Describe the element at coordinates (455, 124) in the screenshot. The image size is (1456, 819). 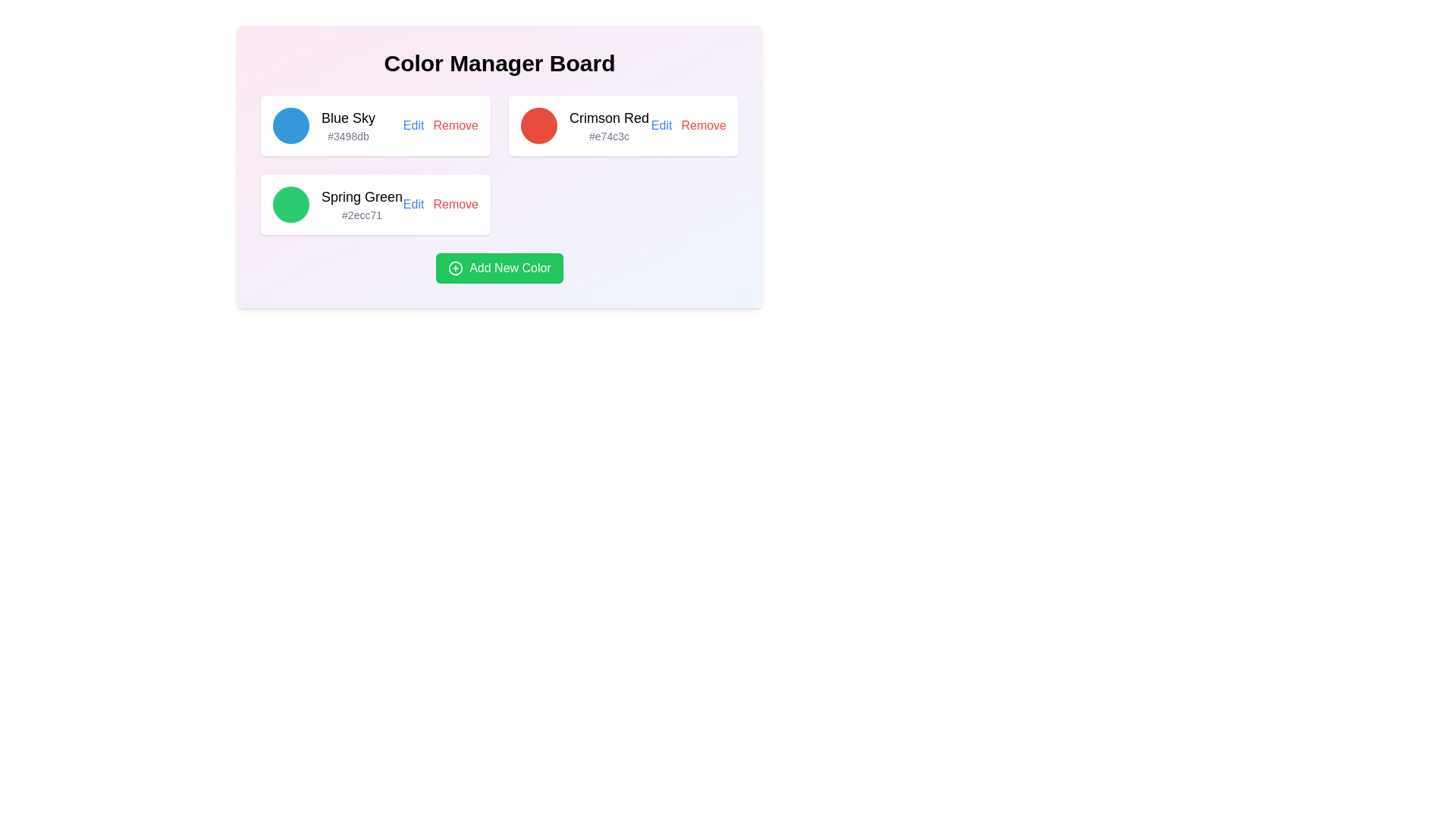
I see `the red text link labeled 'Remove'` at that location.